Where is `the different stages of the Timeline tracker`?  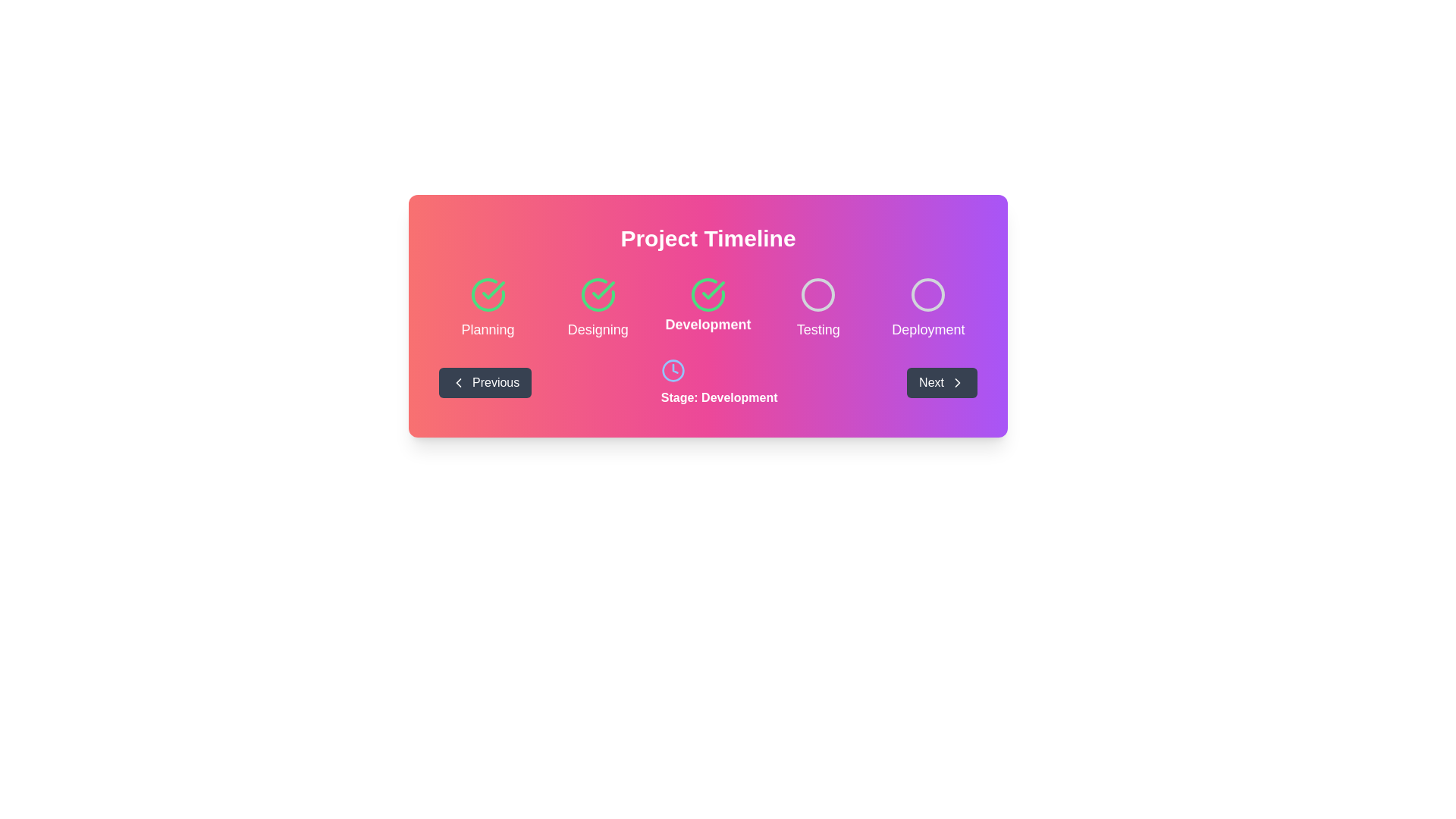 the different stages of the Timeline tracker is located at coordinates (708, 315).